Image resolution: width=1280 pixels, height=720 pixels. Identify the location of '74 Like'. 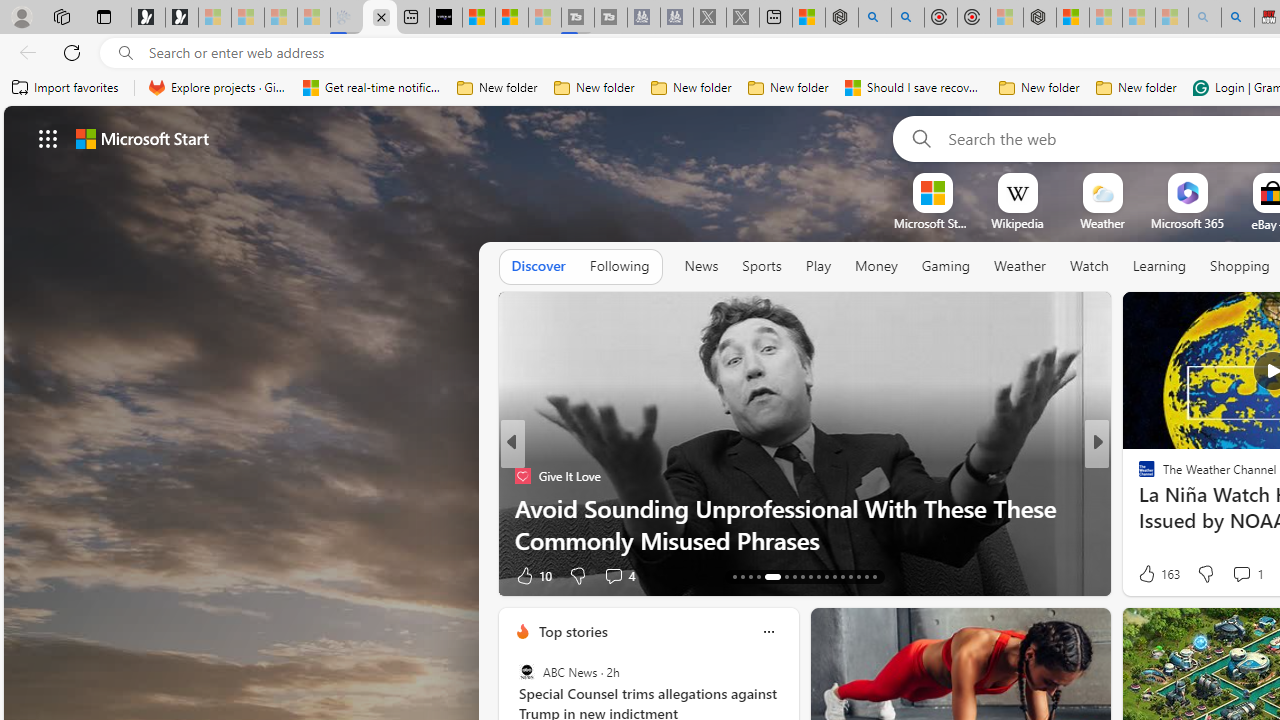
(1149, 575).